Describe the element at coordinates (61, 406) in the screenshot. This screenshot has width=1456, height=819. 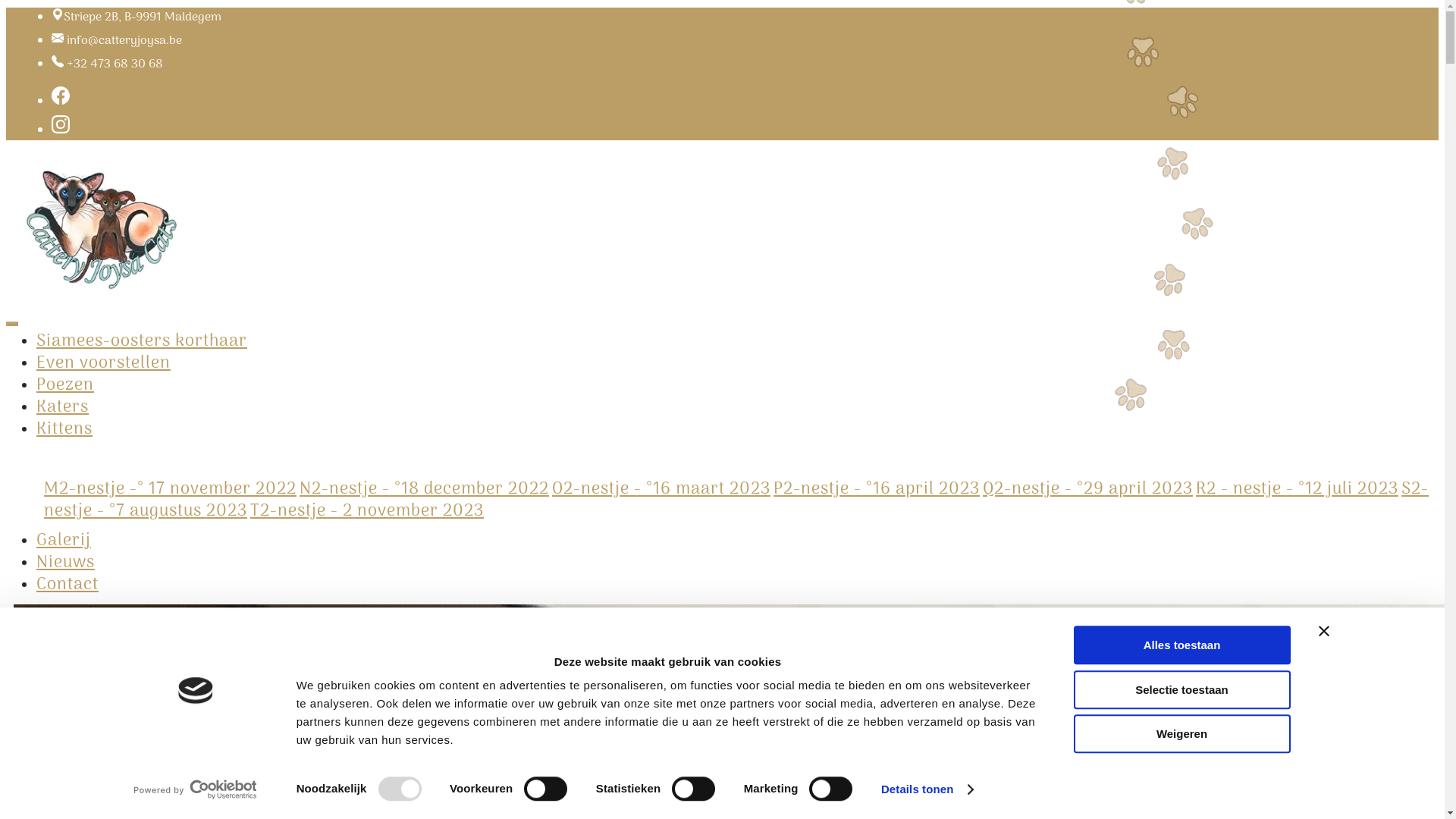
I see `'Katers'` at that location.